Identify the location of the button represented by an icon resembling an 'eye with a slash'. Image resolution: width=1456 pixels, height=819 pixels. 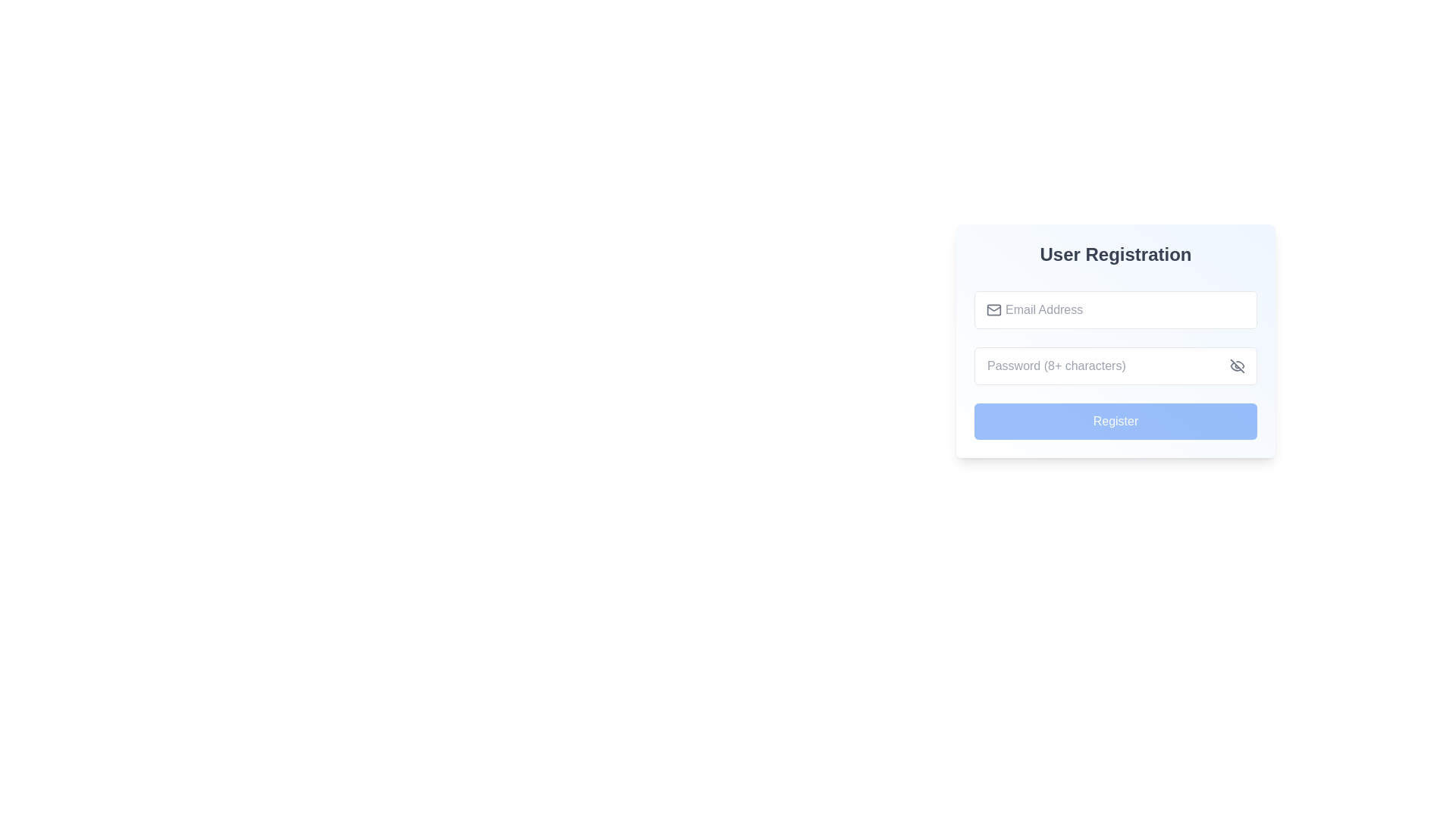
(1238, 366).